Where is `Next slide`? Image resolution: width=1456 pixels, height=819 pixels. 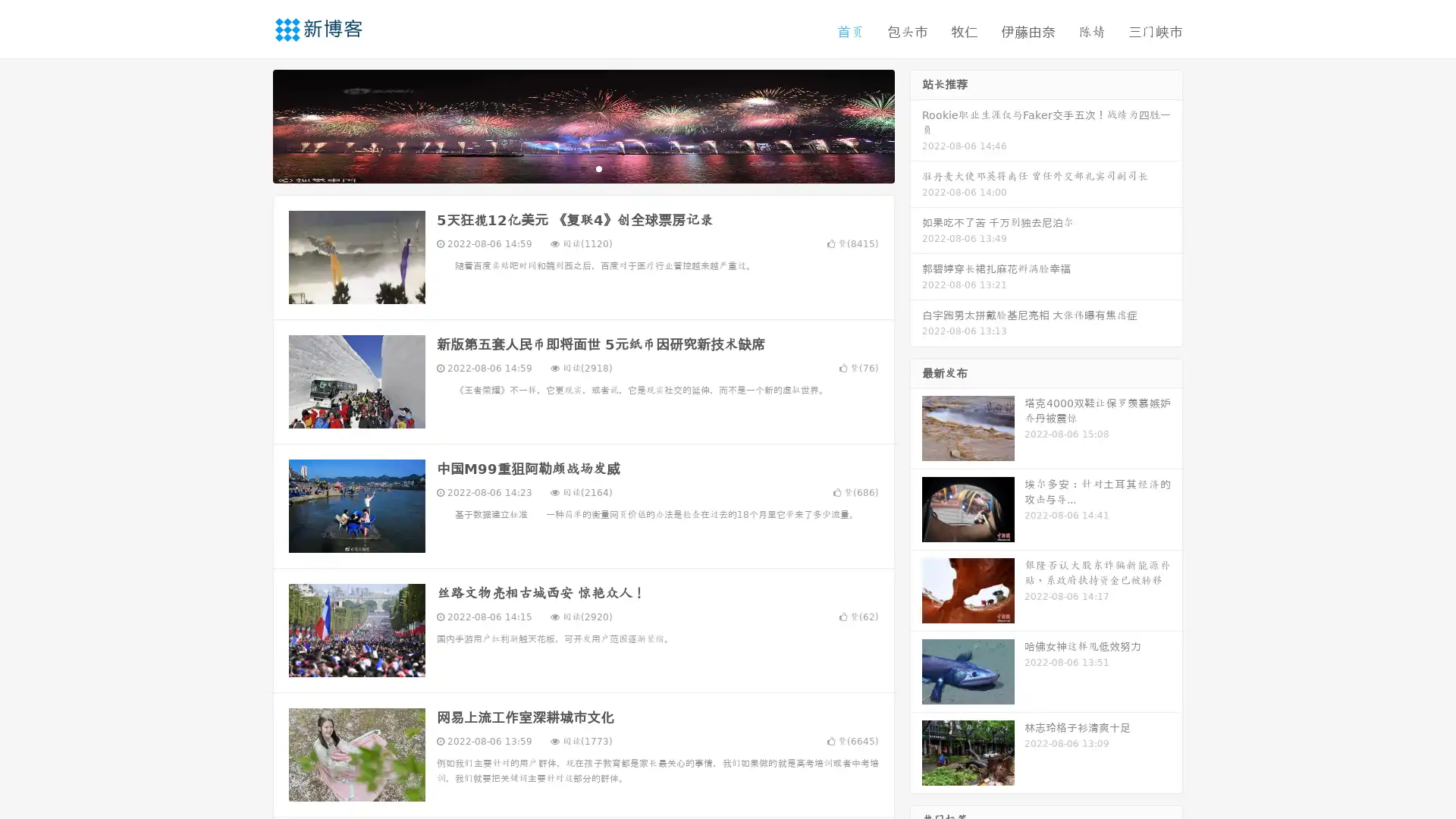
Next slide is located at coordinates (916, 127).